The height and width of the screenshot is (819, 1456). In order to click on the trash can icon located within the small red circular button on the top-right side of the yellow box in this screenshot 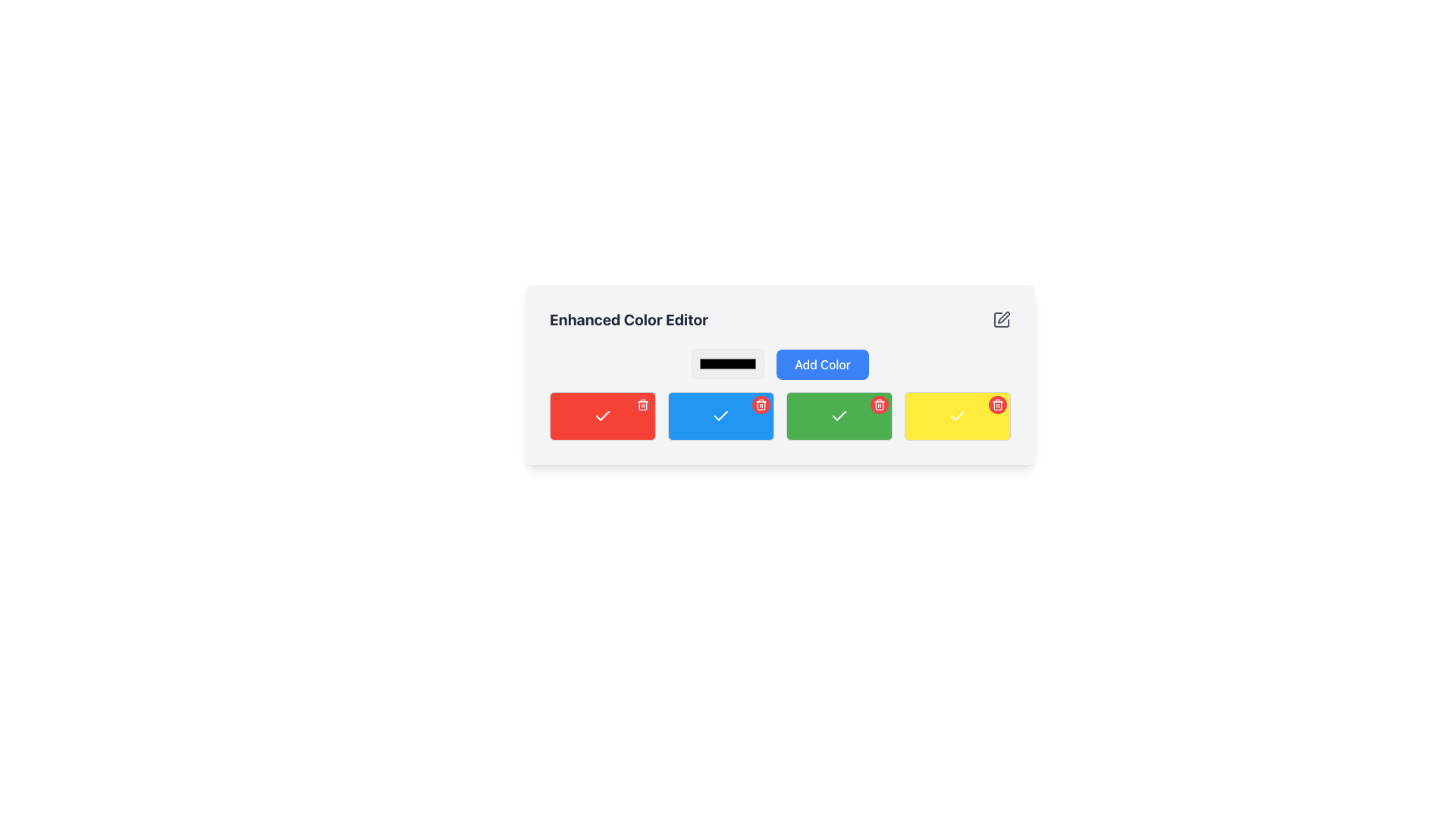, I will do `click(880, 403)`.